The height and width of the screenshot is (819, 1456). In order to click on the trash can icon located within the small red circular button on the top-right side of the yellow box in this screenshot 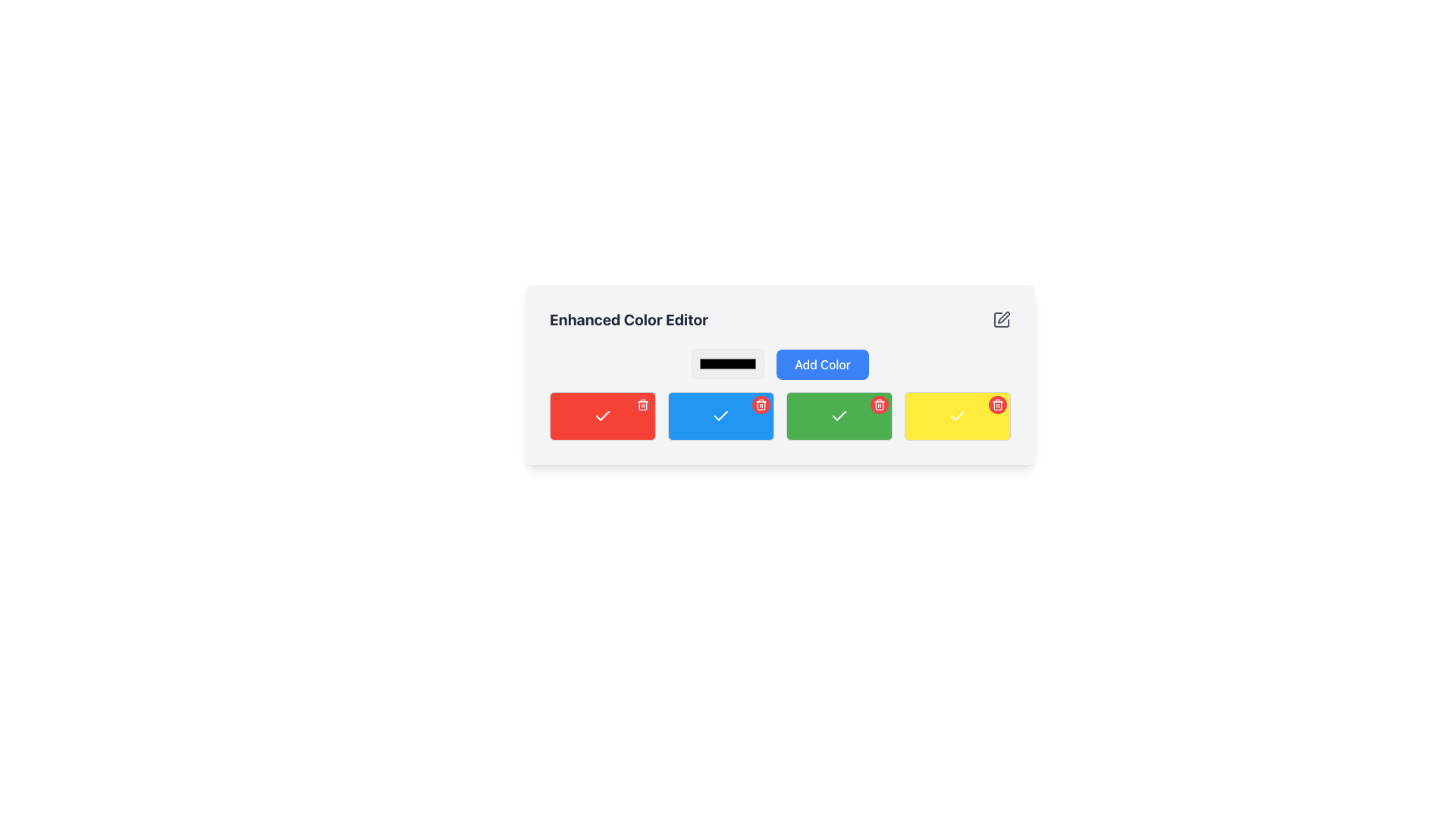, I will do `click(880, 403)`.